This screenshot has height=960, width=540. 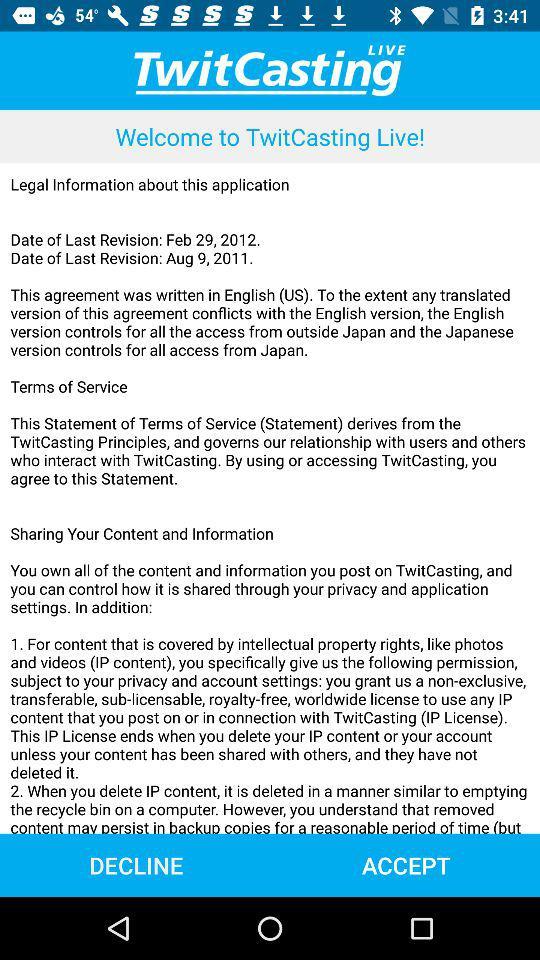 I want to click on icon below legal information about icon, so click(x=135, y=864).